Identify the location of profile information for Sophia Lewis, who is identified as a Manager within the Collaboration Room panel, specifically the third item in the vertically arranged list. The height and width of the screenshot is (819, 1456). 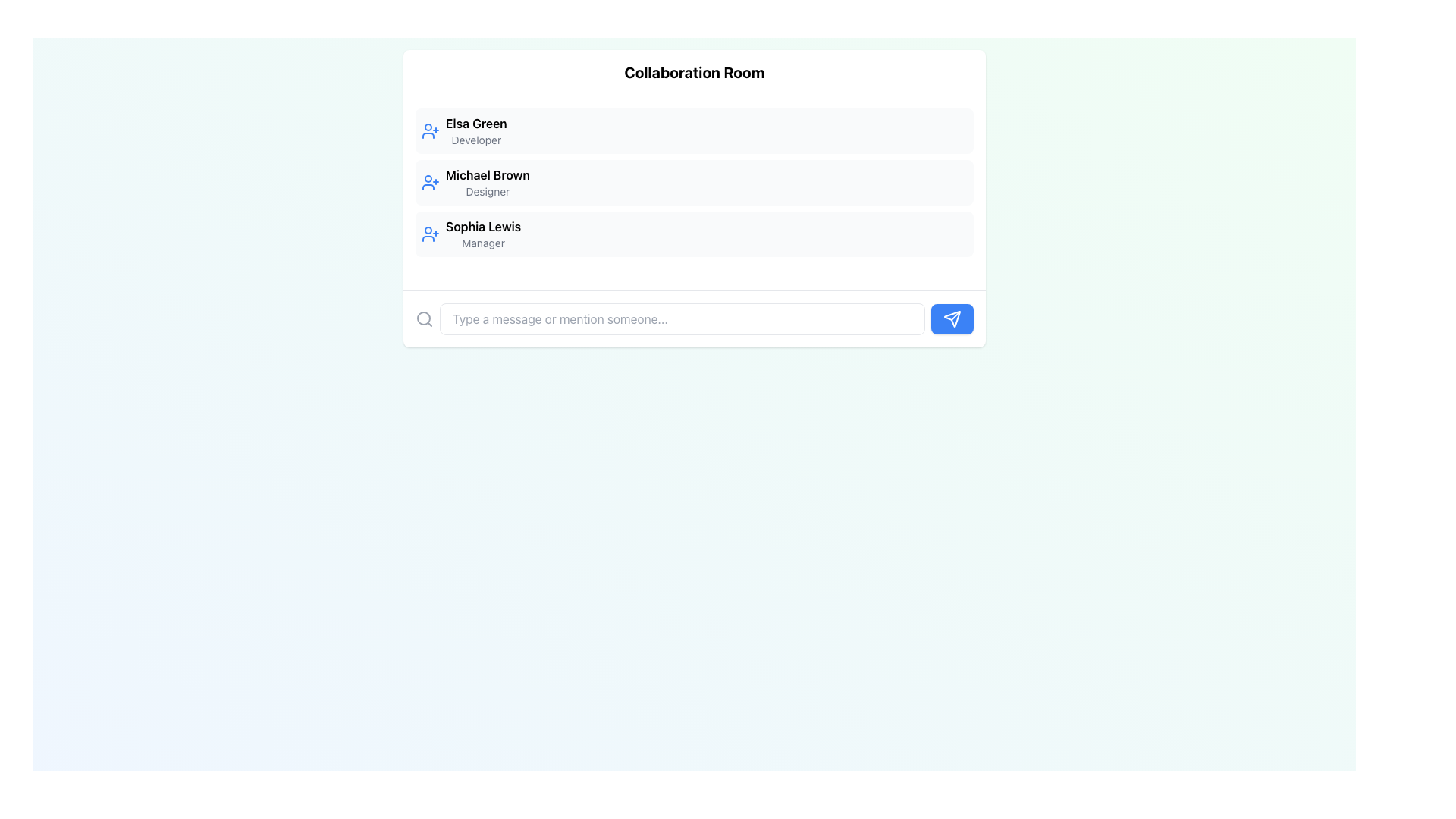
(482, 234).